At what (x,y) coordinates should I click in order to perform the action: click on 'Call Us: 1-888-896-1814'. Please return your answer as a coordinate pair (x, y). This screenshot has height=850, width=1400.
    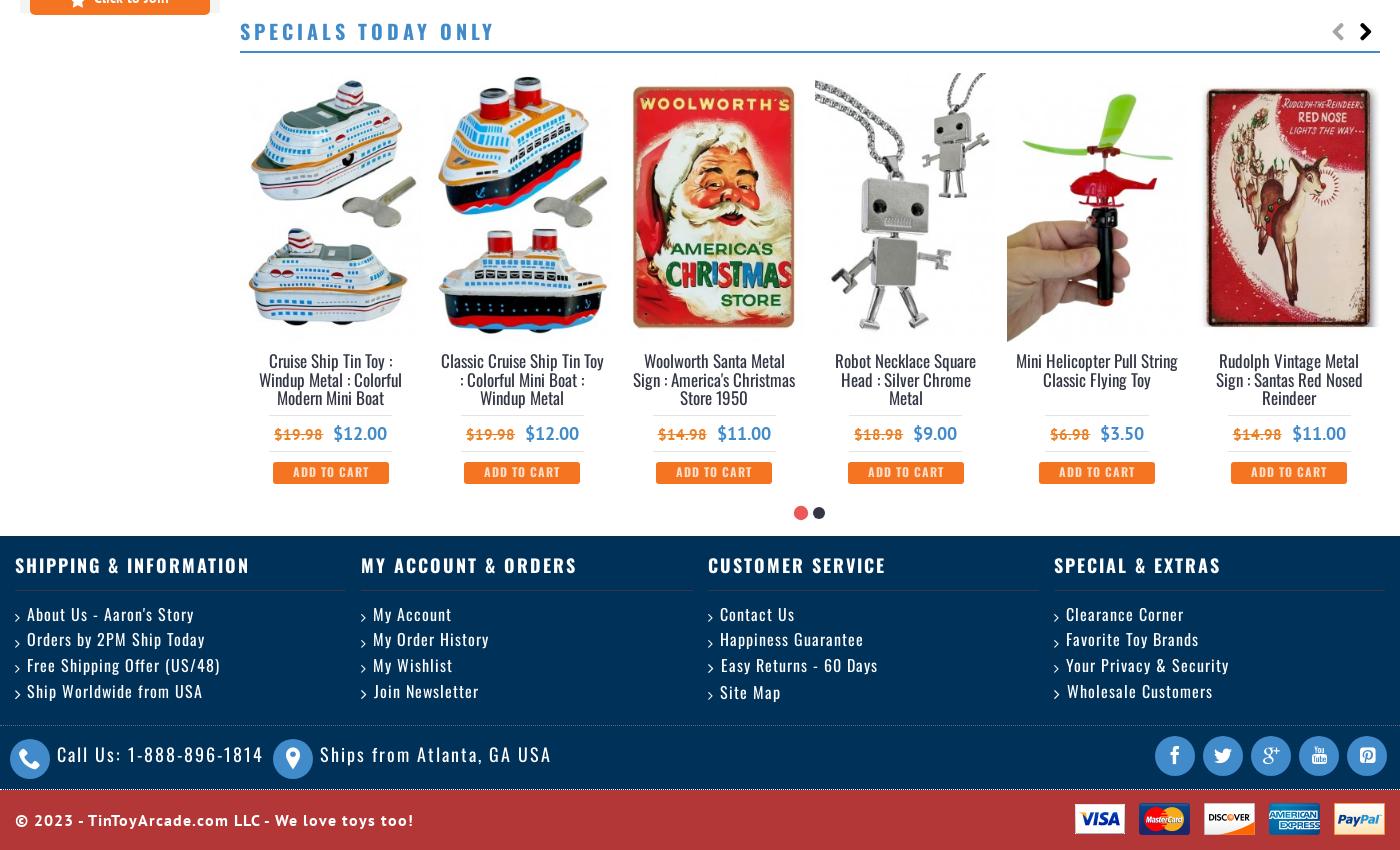
    Looking at the image, I should click on (56, 754).